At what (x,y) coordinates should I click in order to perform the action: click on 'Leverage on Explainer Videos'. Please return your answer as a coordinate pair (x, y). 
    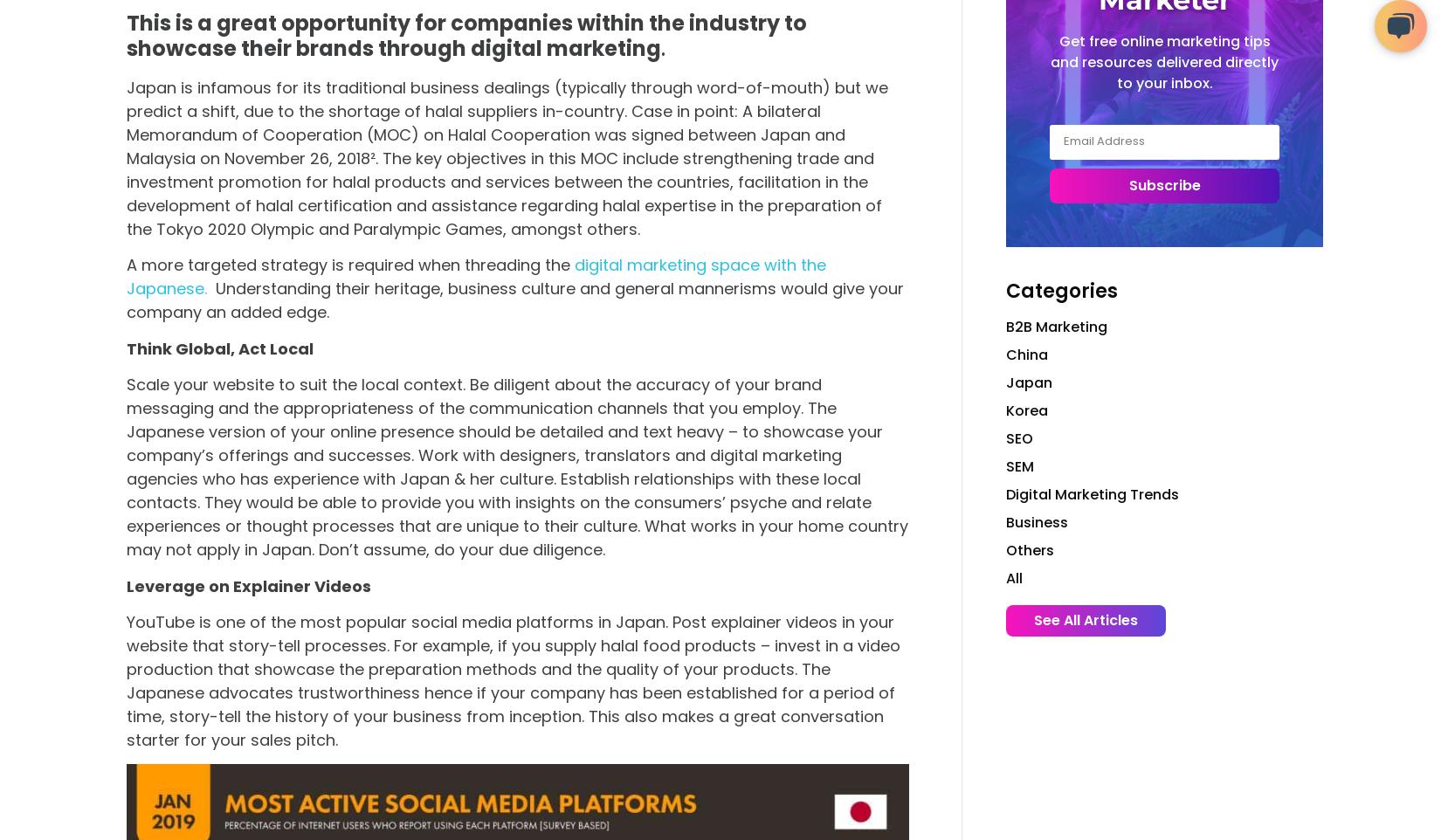
    Looking at the image, I should click on (248, 585).